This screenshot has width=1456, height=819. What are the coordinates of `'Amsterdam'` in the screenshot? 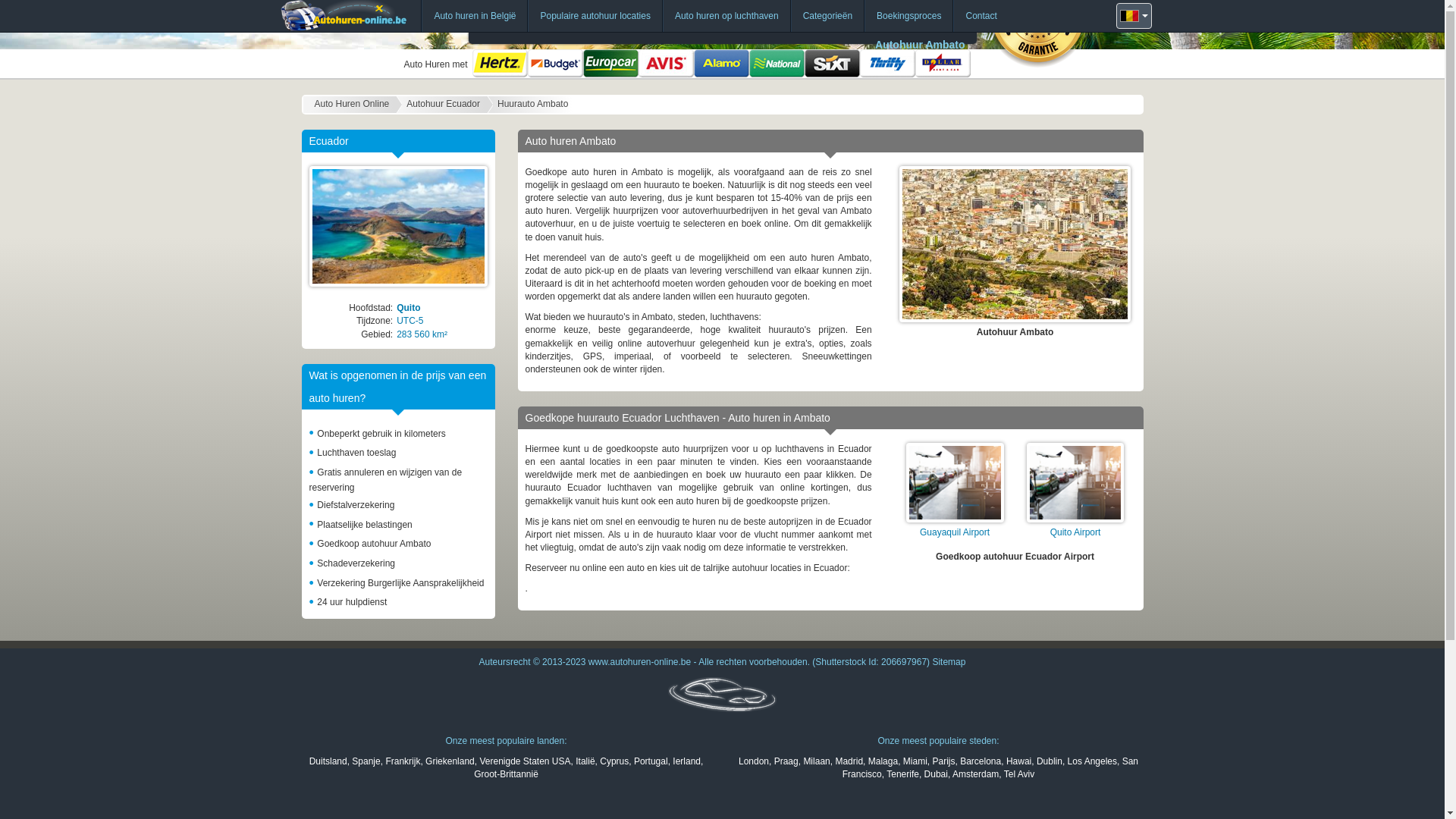 It's located at (952, 774).